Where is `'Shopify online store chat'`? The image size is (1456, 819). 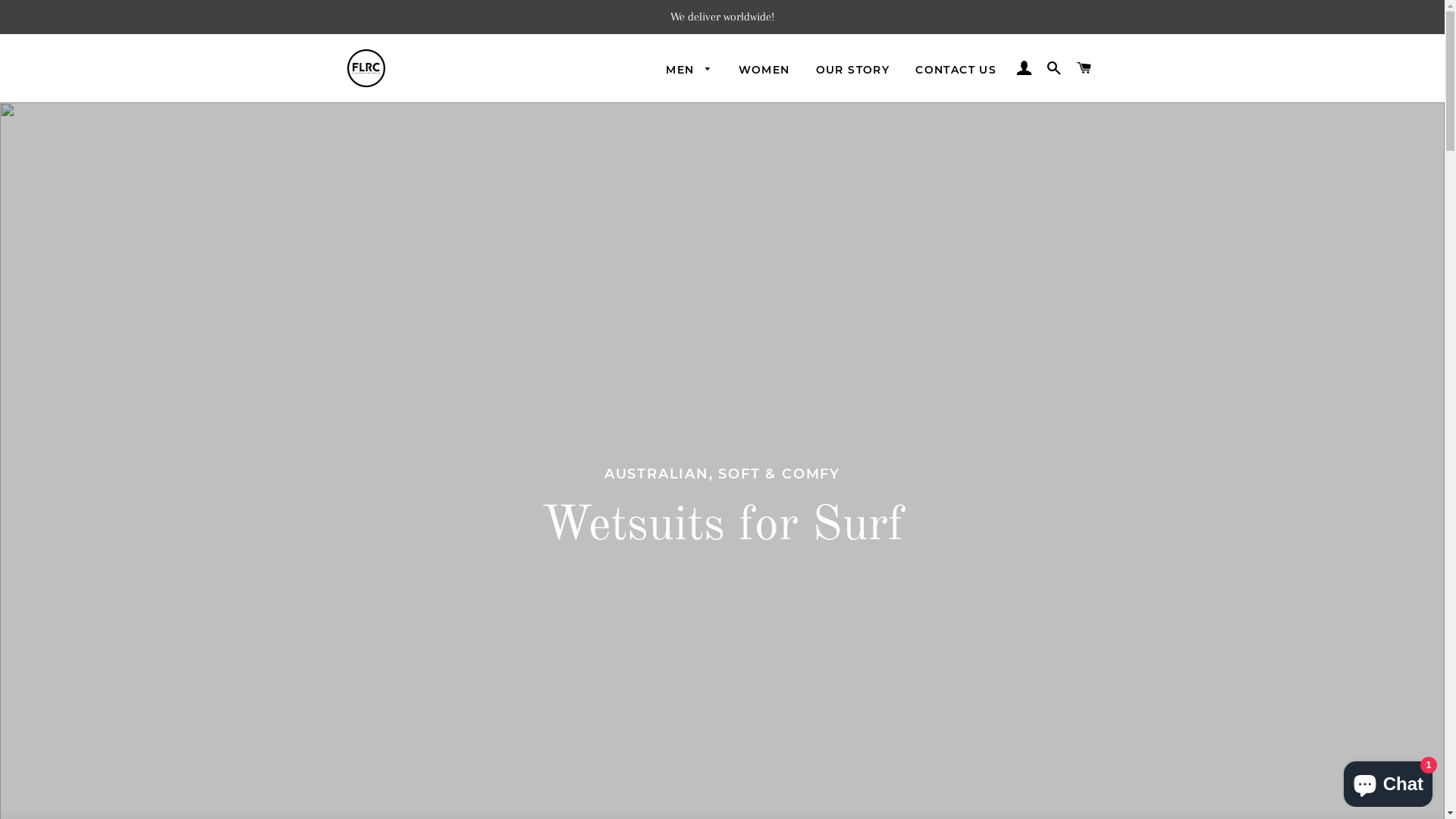
'Shopify online store chat' is located at coordinates (1388, 780).